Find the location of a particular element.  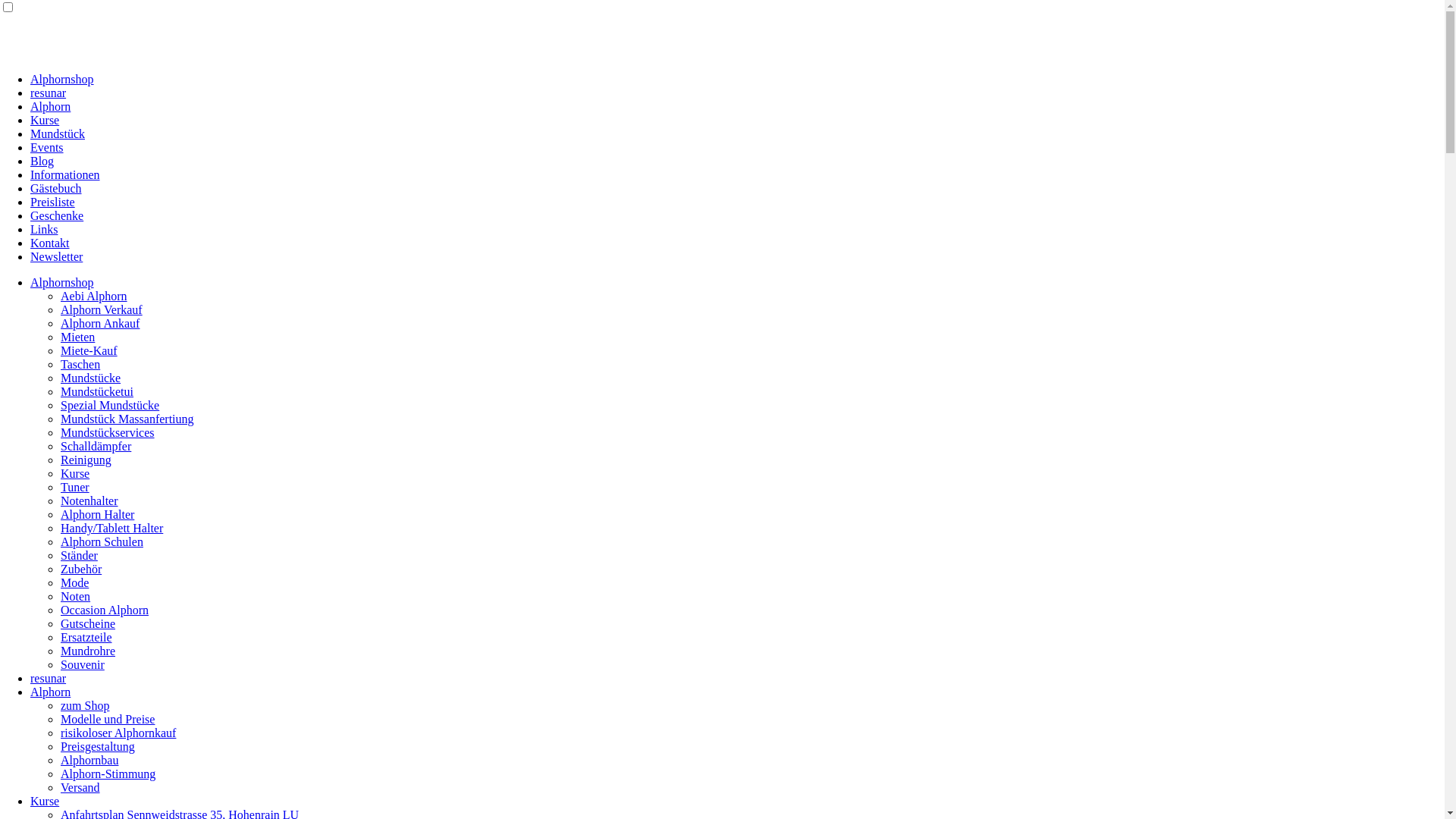

'Miete-Kauf' is located at coordinates (61, 350).